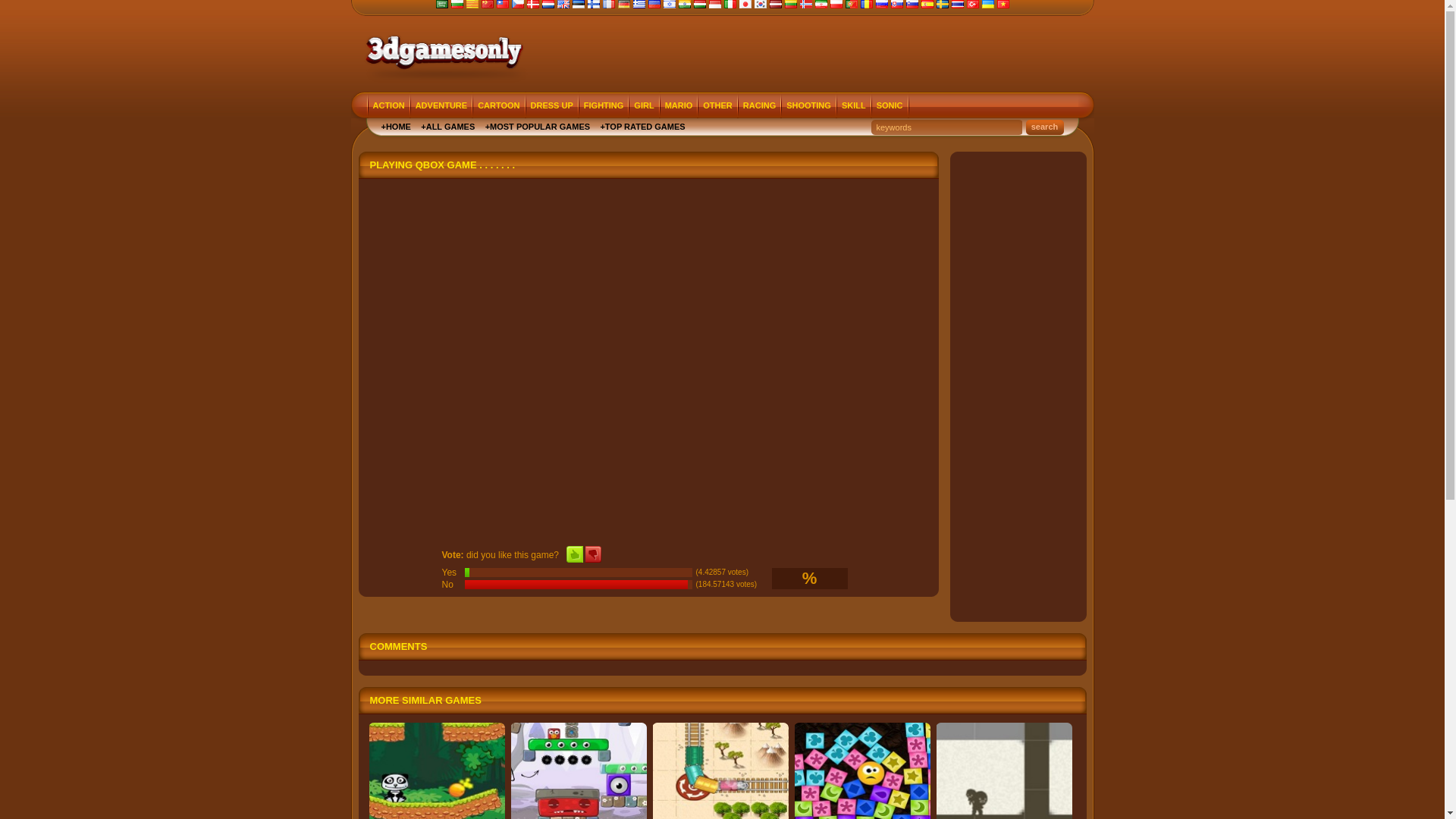 This screenshot has height=819, width=1456. Describe the element at coordinates (1025, 127) in the screenshot. I see `'search'` at that location.